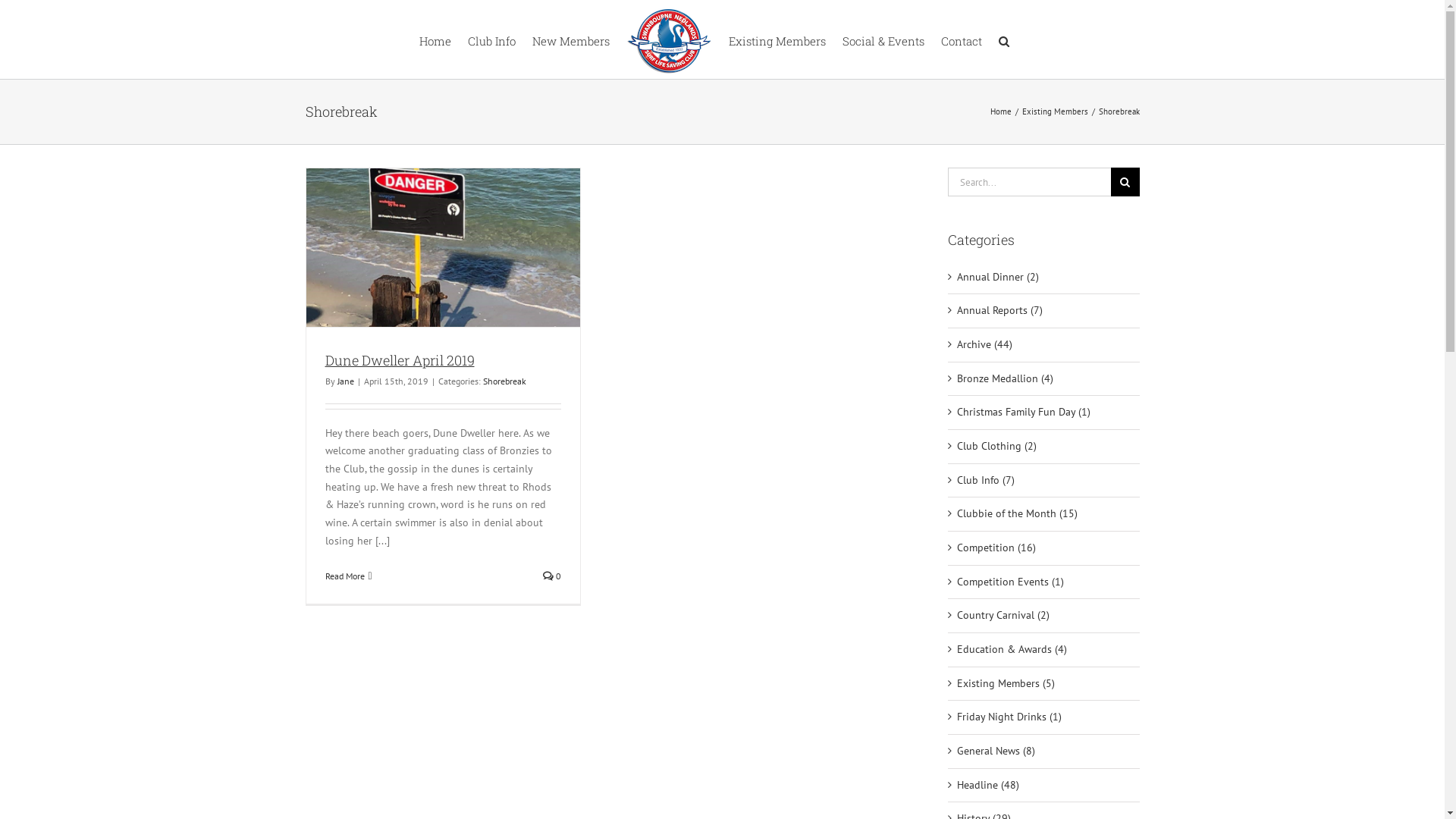 The image size is (1456, 819). What do you see at coordinates (1043, 616) in the screenshot?
I see `'Country Carnival (2)'` at bounding box center [1043, 616].